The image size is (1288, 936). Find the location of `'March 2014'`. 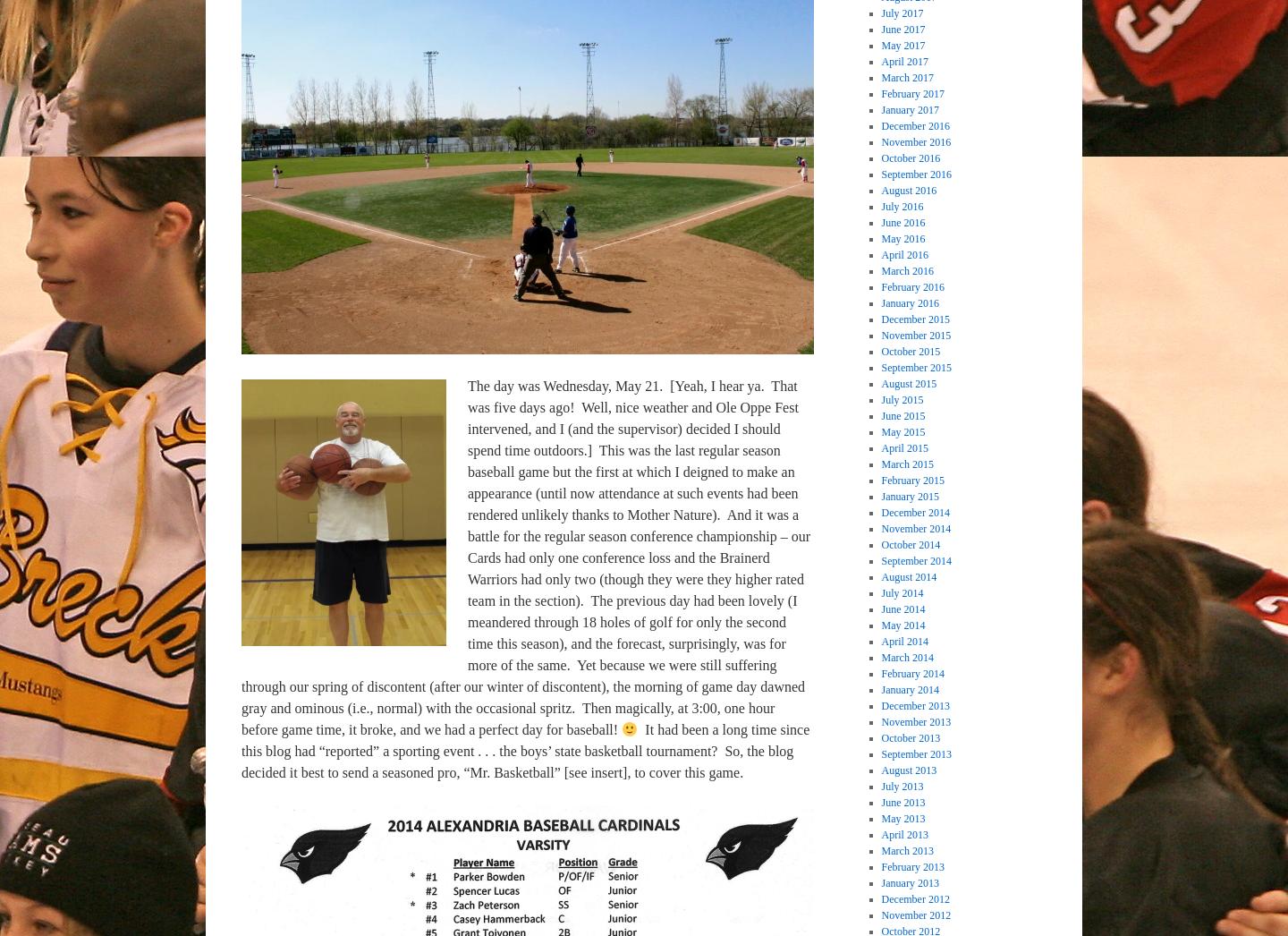

'March 2014' is located at coordinates (906, 655).